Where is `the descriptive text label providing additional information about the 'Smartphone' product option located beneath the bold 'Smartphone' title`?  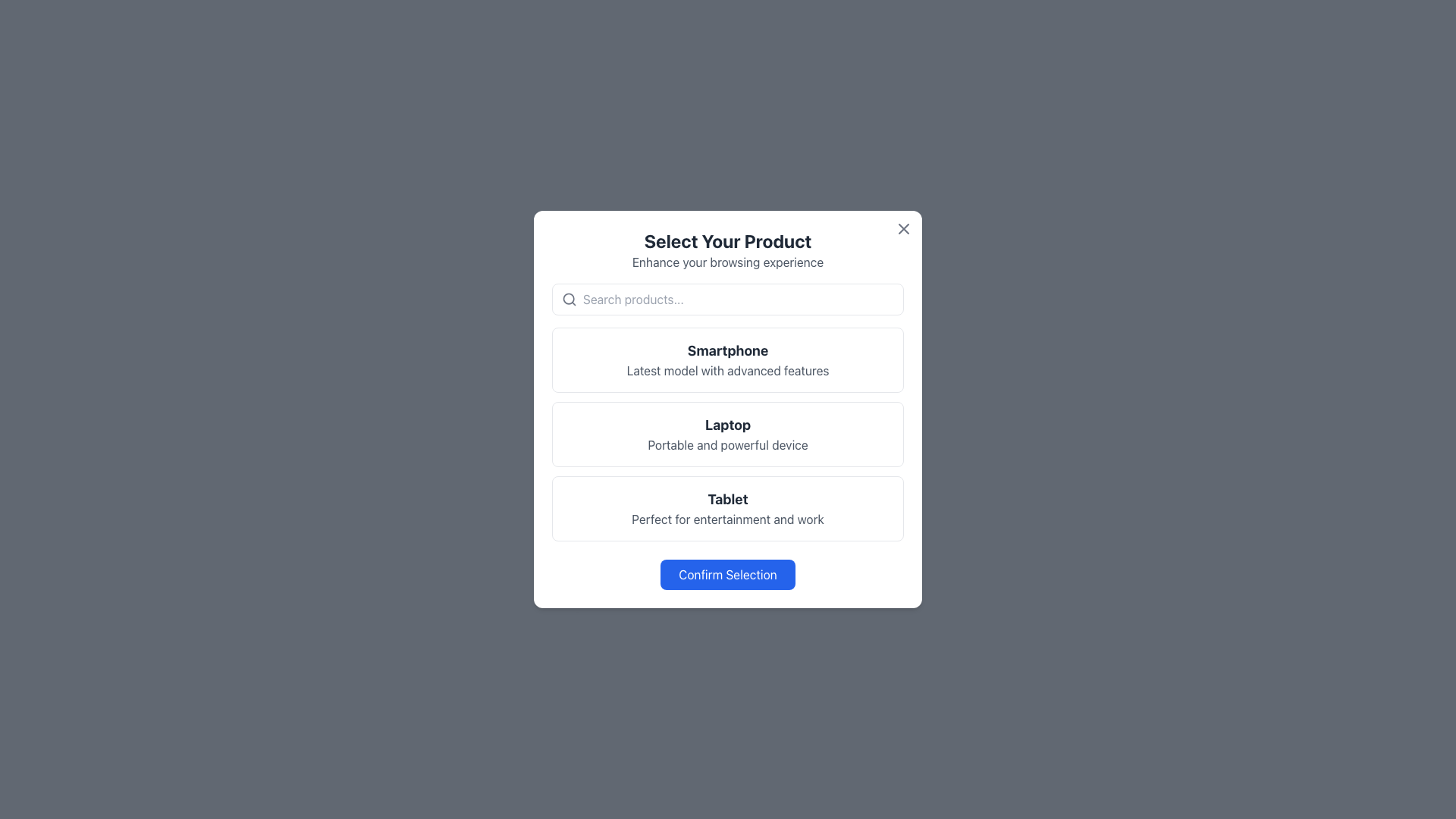
the descriptive text label providing additional information about the 'Smartphone' product option located beneath the bold 'Smartphone' title is located at coordinates (728, 371).